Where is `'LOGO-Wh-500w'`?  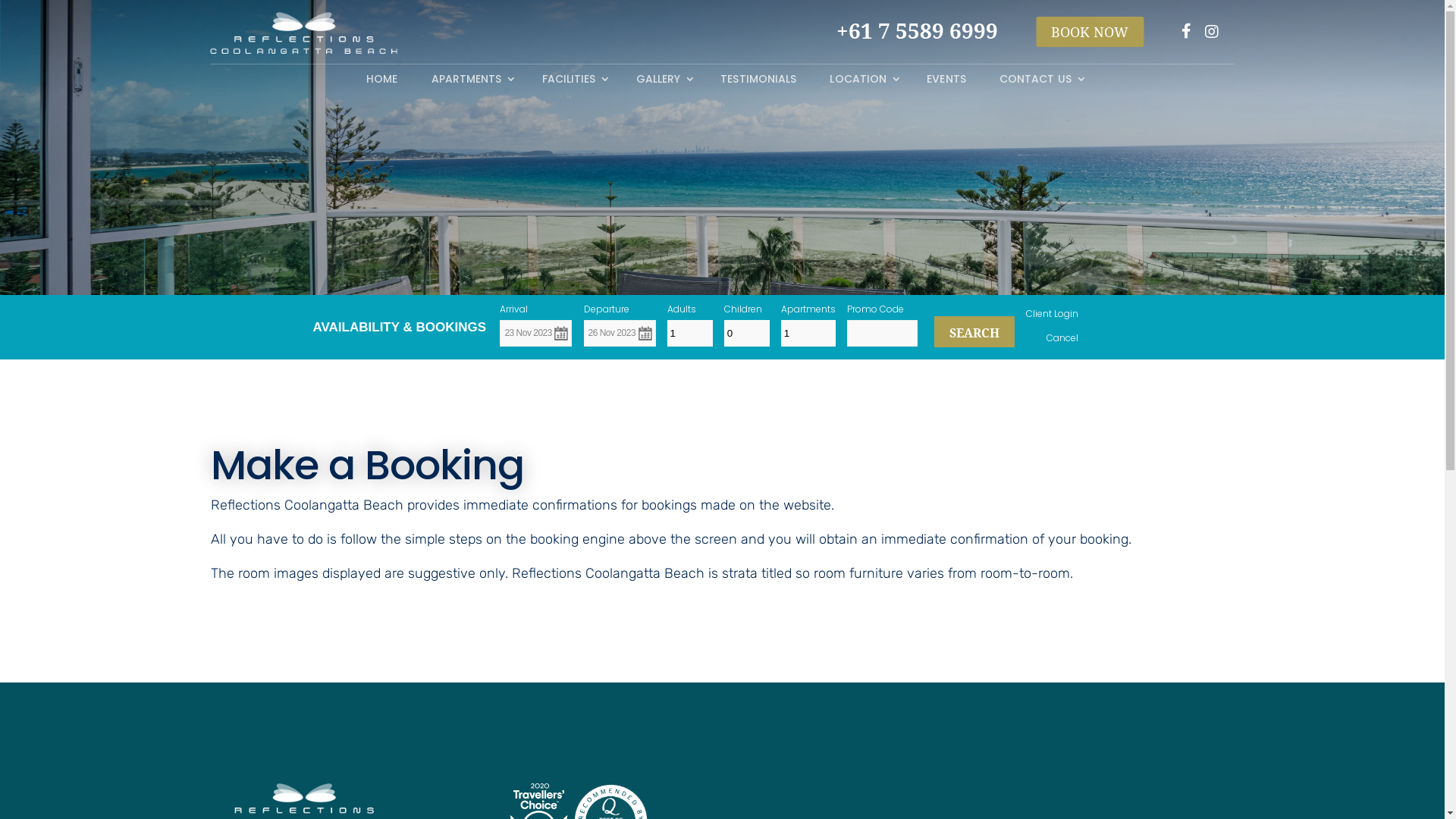 'LOGO-Wh-500w' is located at coordinates (303, 33).